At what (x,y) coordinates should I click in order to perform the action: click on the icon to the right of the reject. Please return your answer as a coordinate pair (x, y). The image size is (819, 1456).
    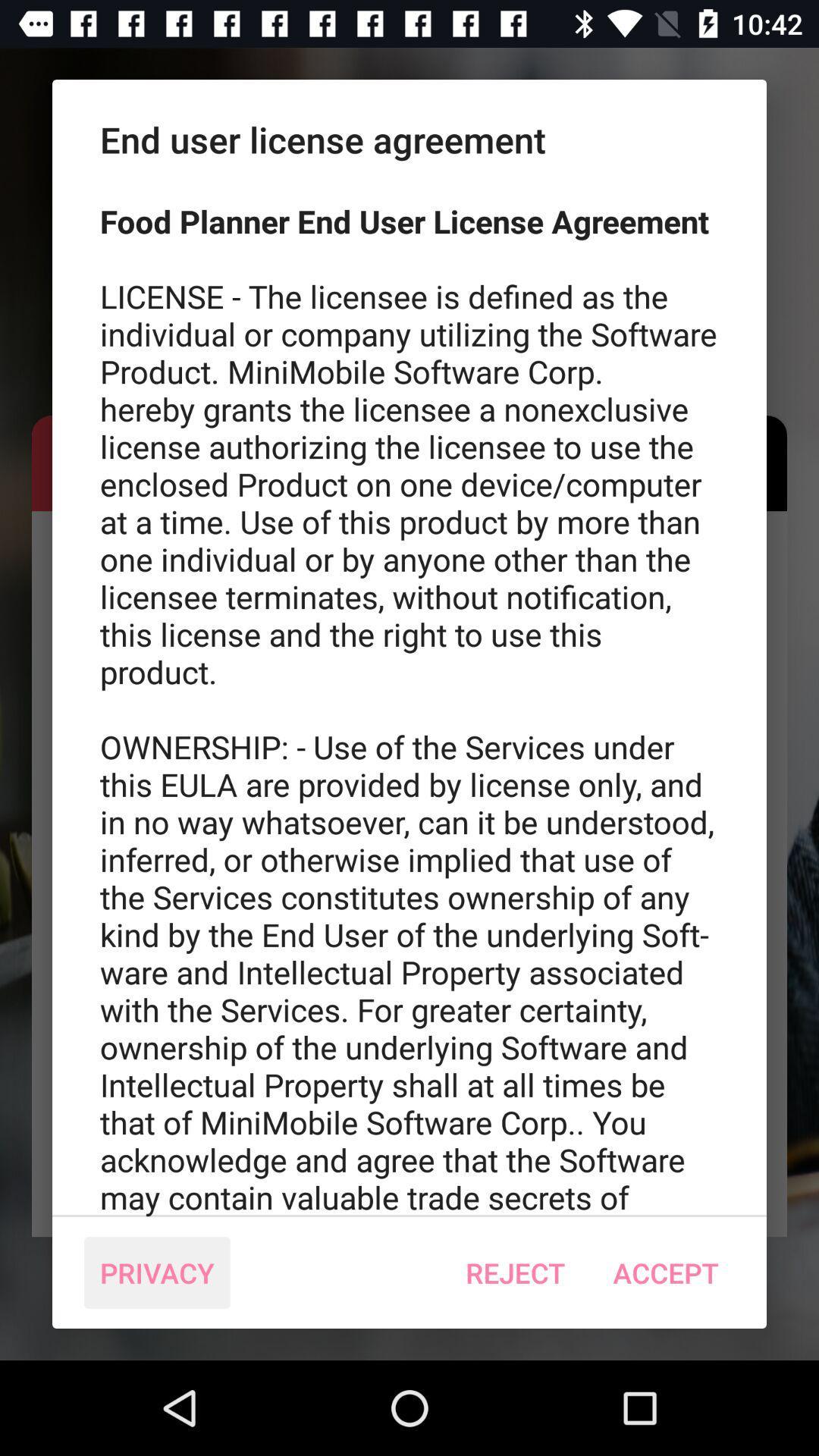
    Looking at the image, I should click on (665, 1272).